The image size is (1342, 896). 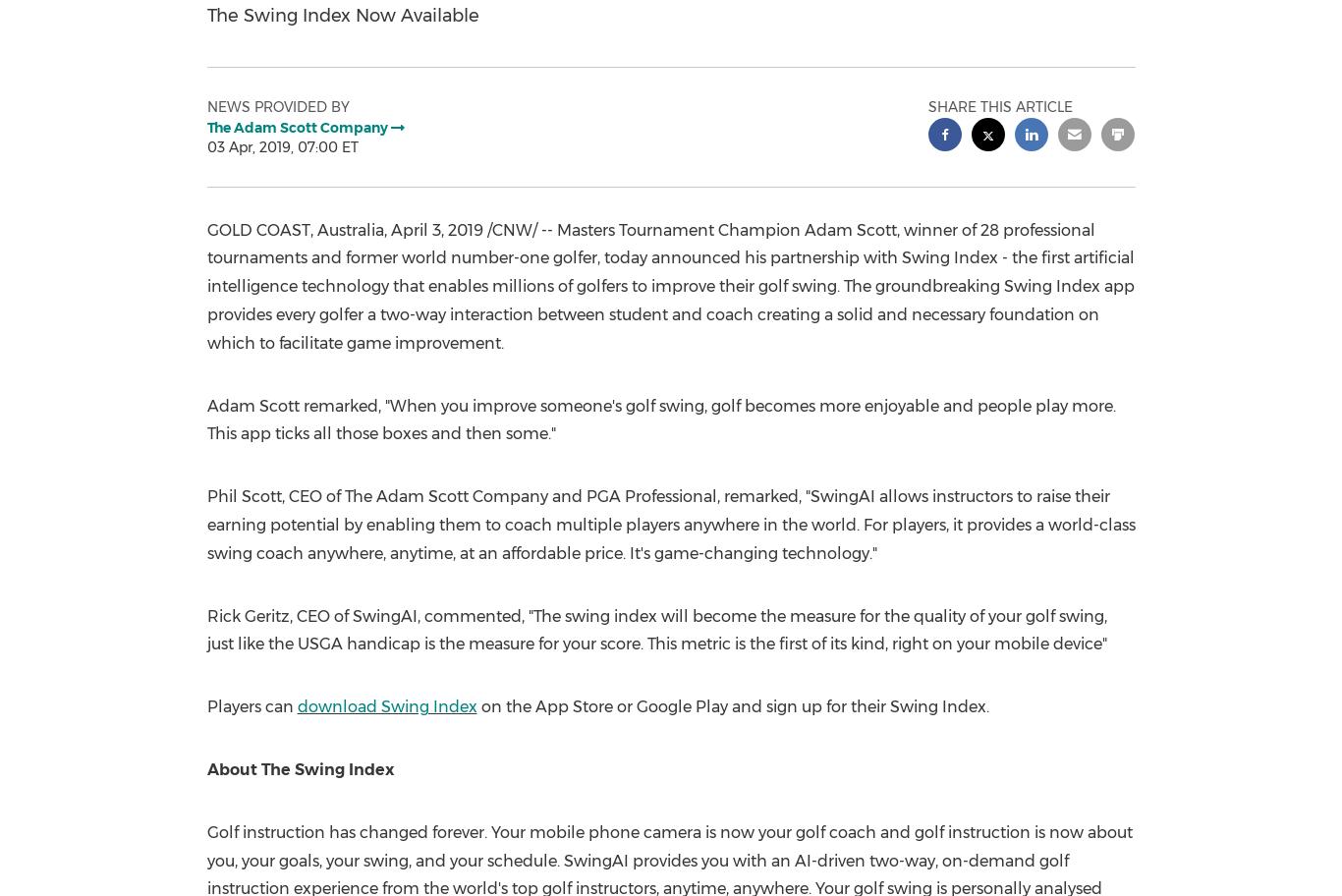 What do you see at coordinates (470, 615) in the screenshot?
I see `'commented'` at bounding box center [470, 615].